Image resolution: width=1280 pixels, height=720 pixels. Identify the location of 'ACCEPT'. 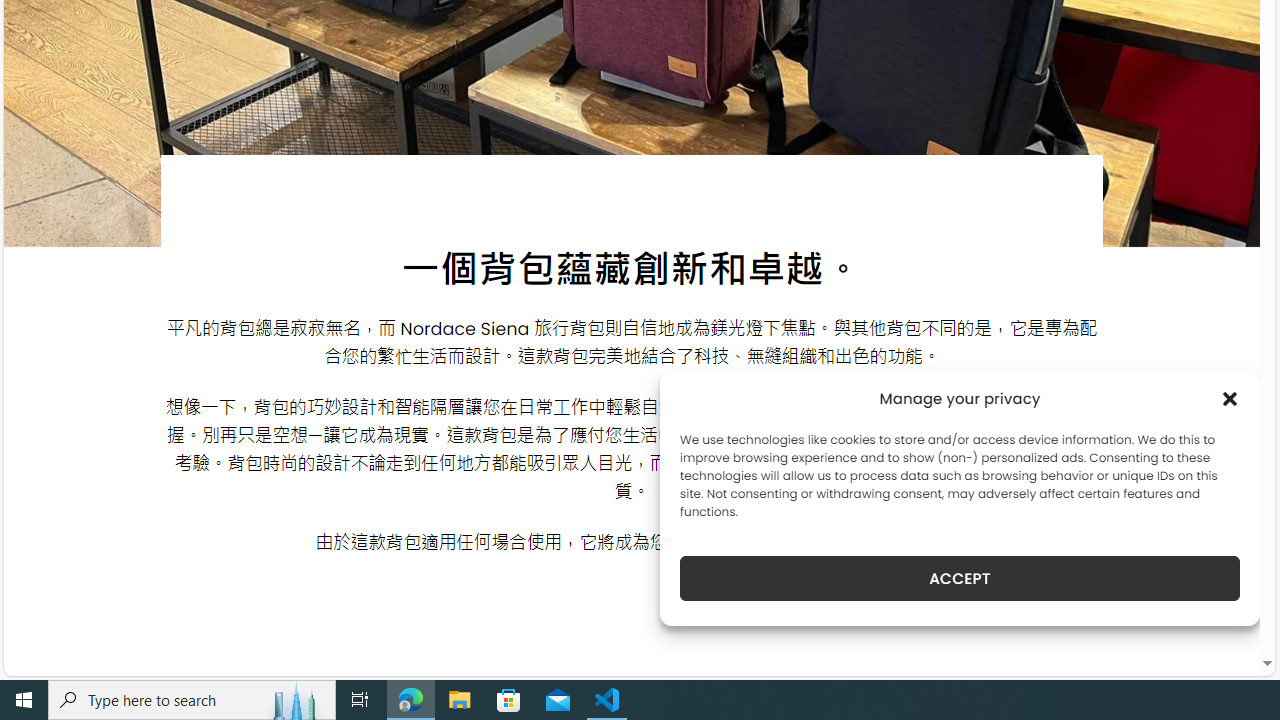
(960, 578).